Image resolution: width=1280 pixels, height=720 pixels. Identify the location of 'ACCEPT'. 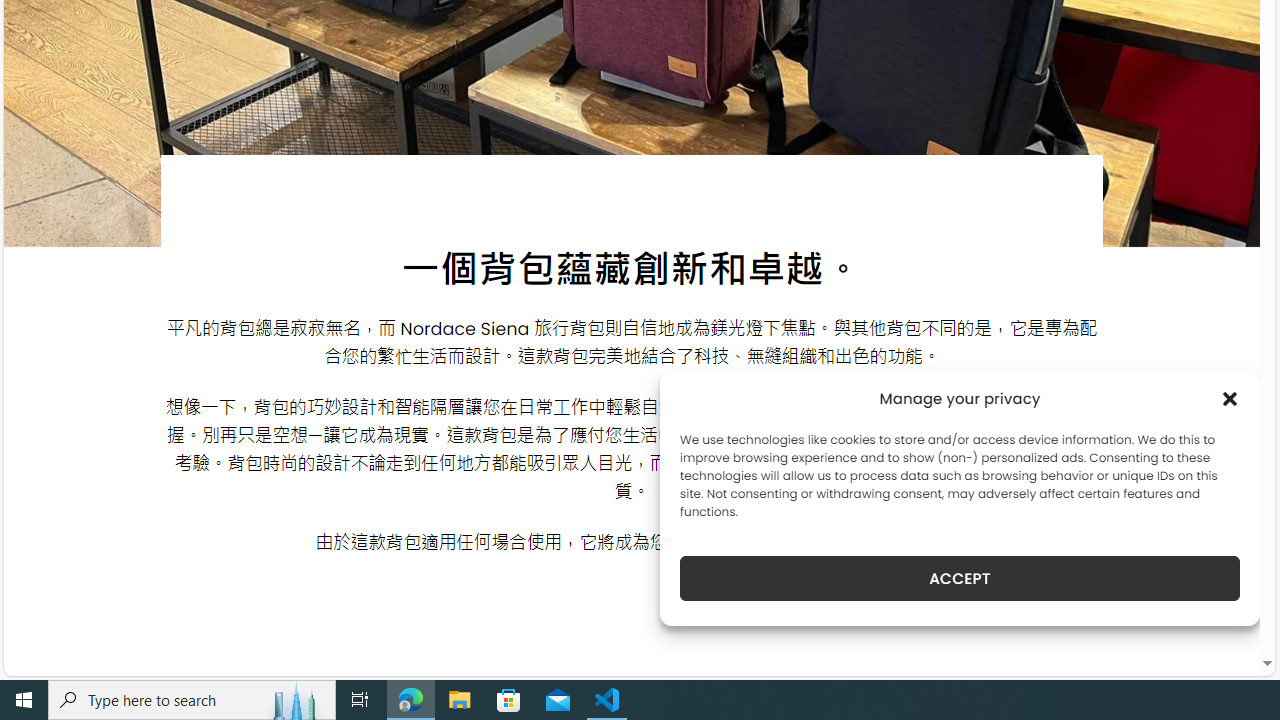
(960, 578).